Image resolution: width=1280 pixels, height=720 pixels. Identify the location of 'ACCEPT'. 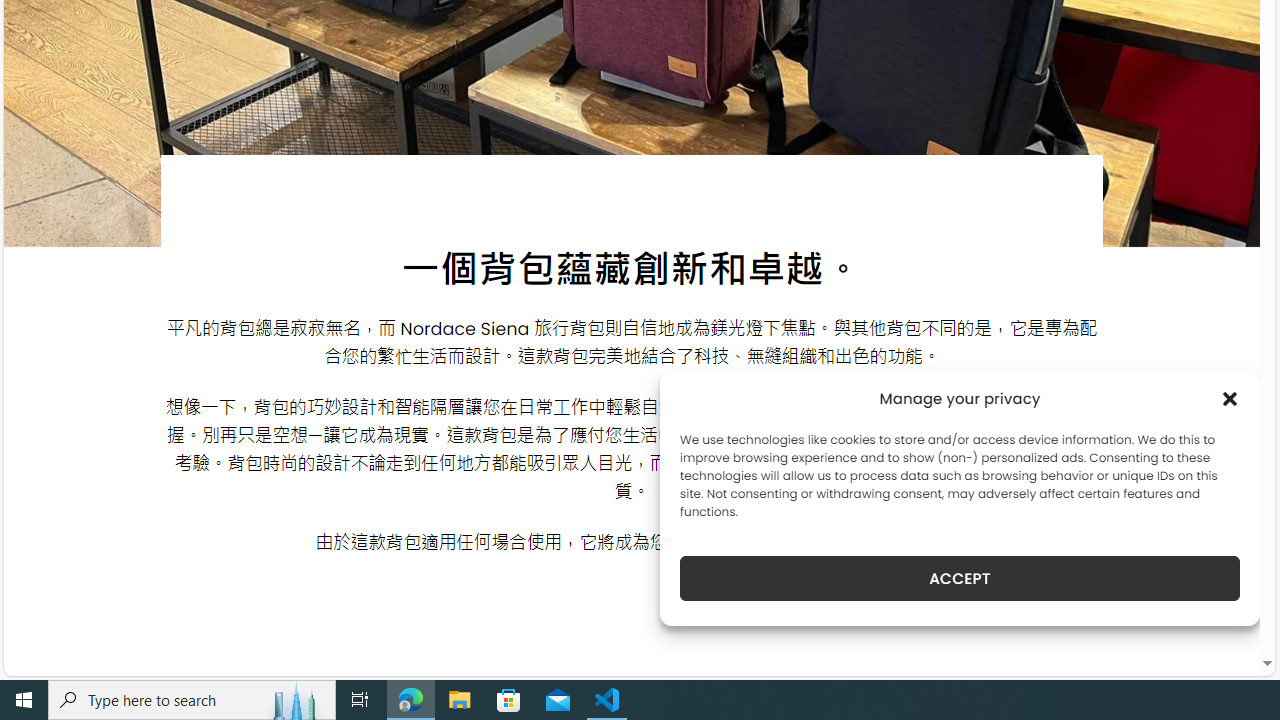
(960, 578).